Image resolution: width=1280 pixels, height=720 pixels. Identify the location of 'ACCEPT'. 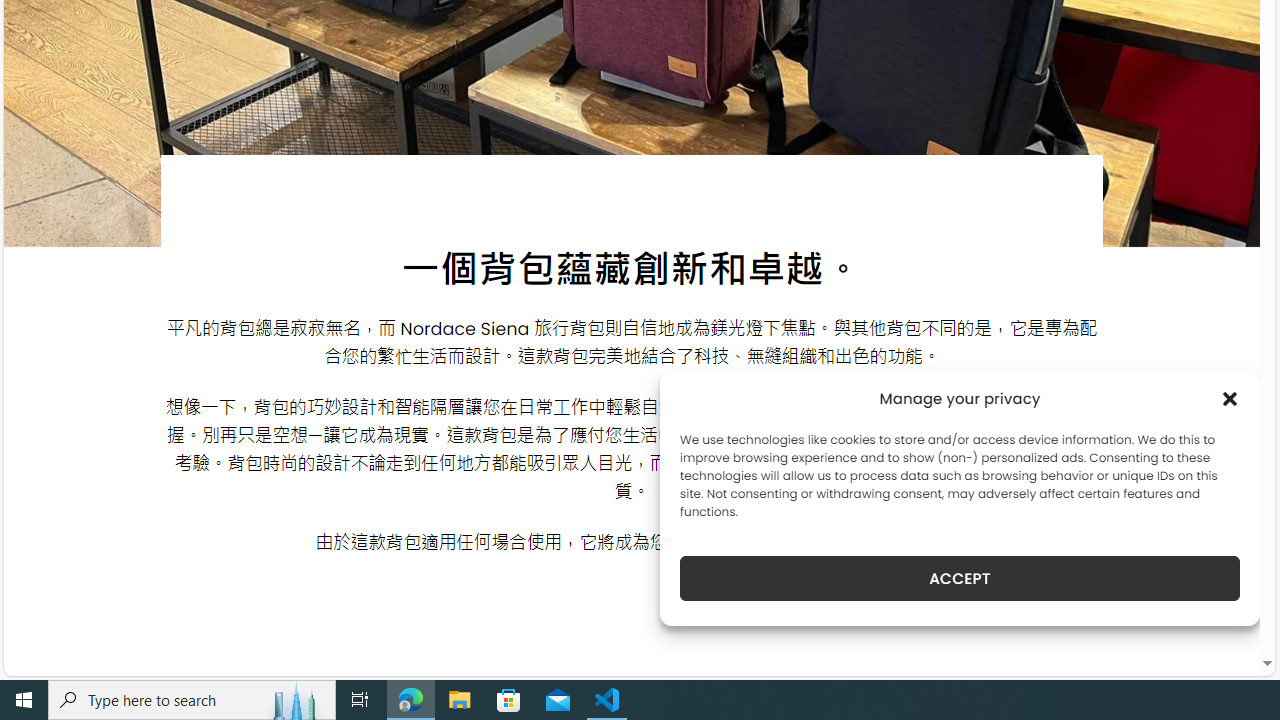
(960, 578).